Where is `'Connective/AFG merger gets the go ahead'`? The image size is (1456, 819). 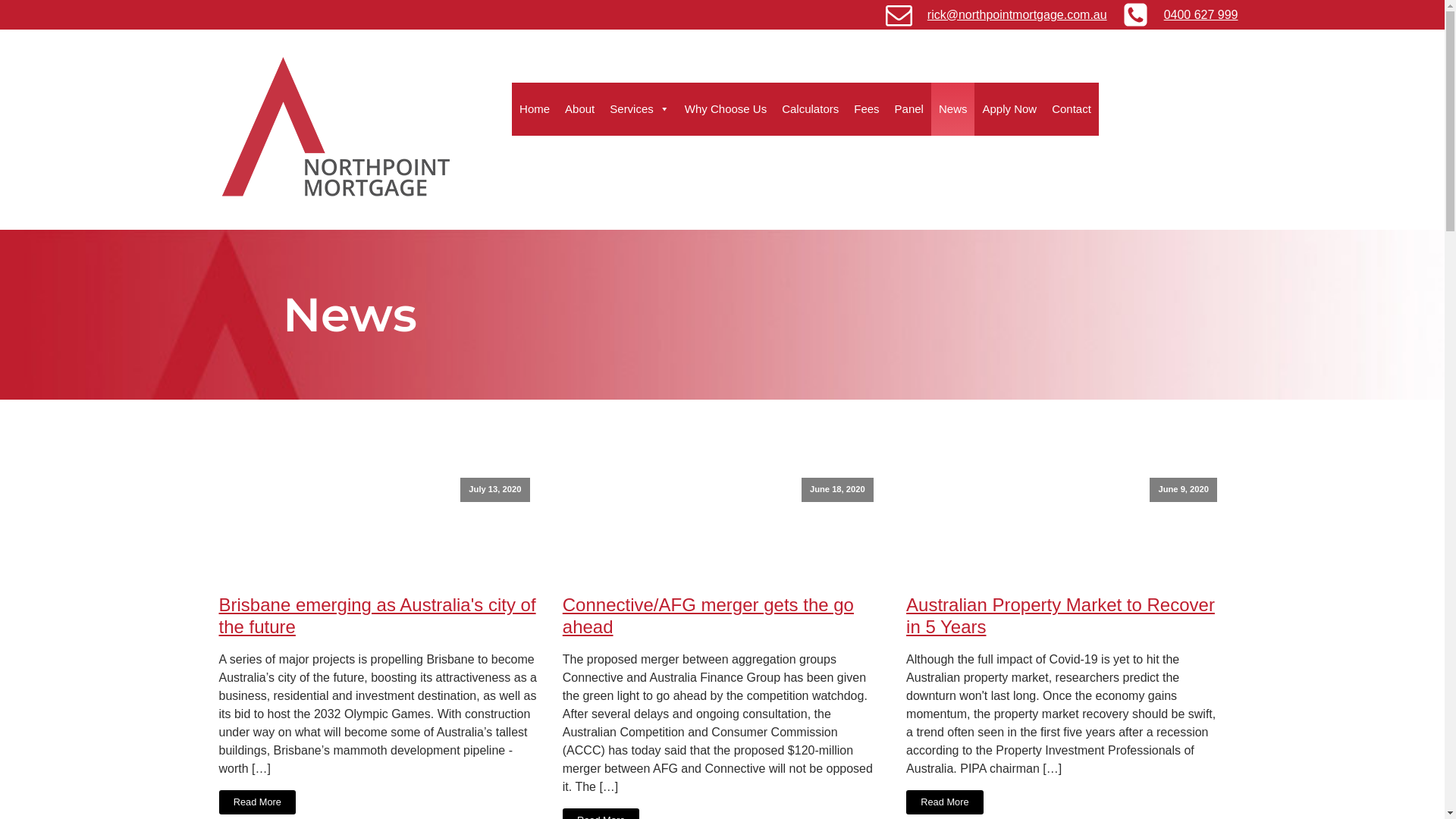
'Connective/AFG merger gets the go ahead' is located at coordinates (721, 617).